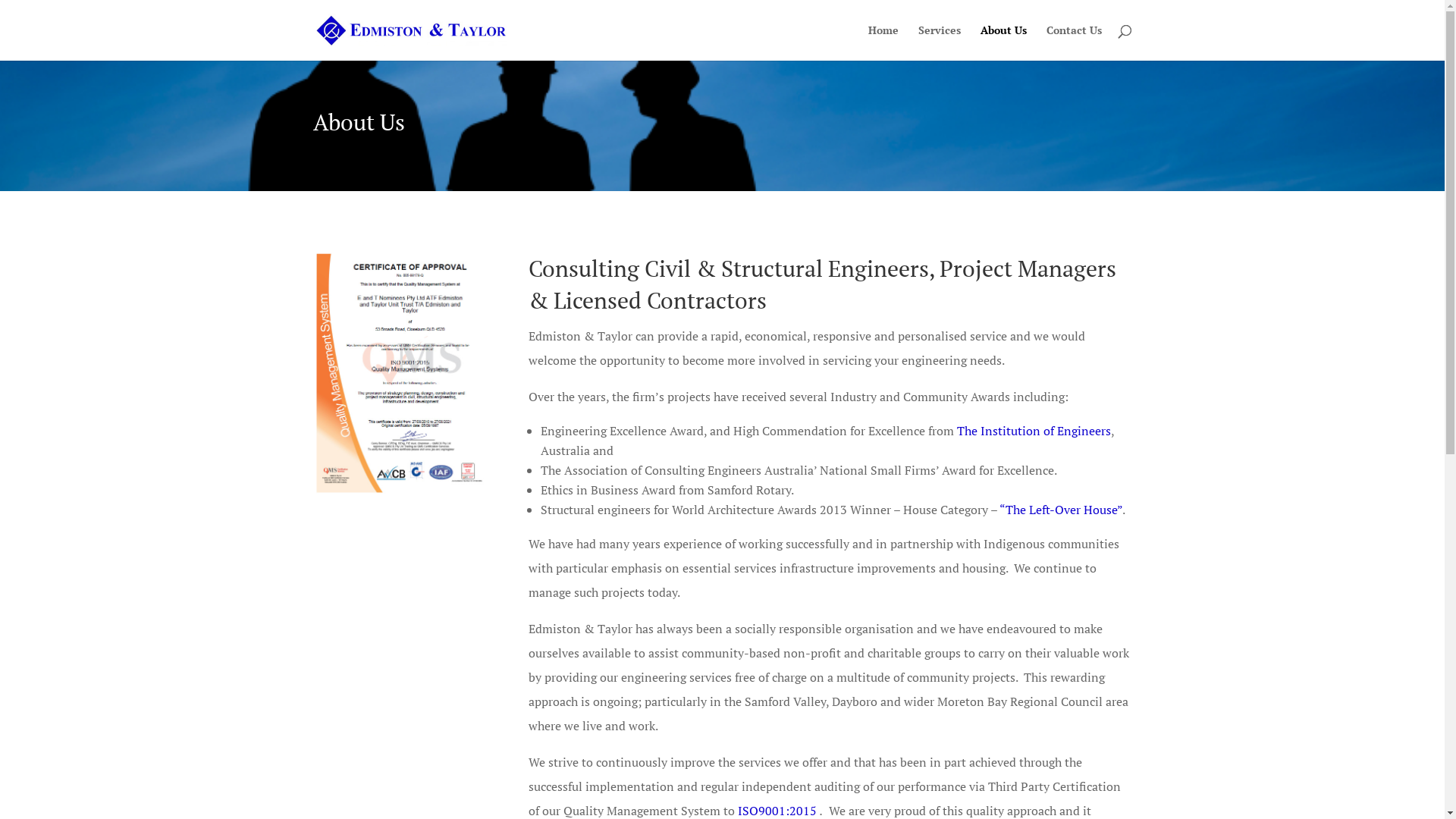  What do you see at coordinates (938, 42) in the screenshot?
I see `'Services'` at bounding box center [938, 42].